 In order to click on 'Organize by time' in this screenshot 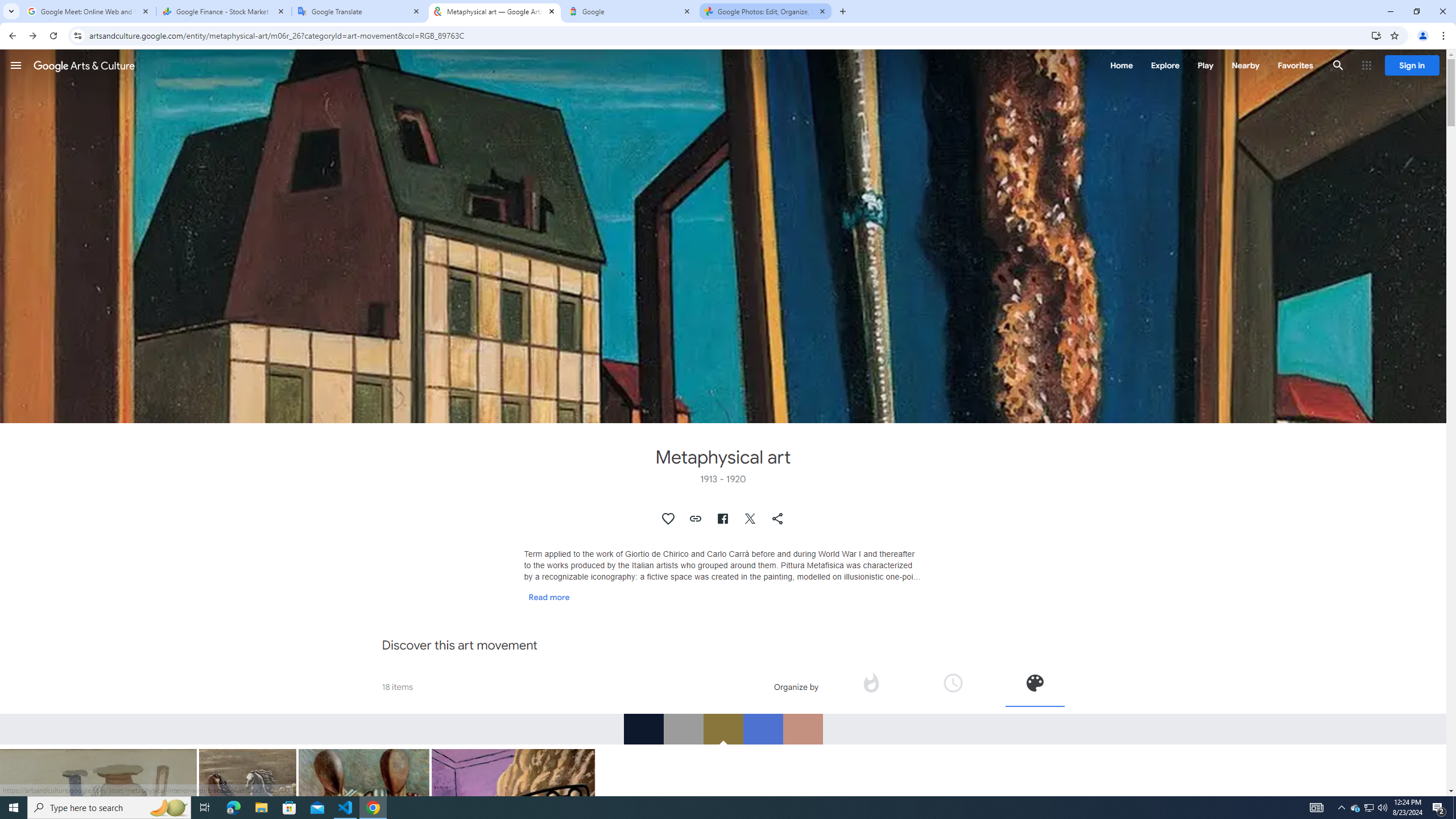, I will do `click(953, 686)`.